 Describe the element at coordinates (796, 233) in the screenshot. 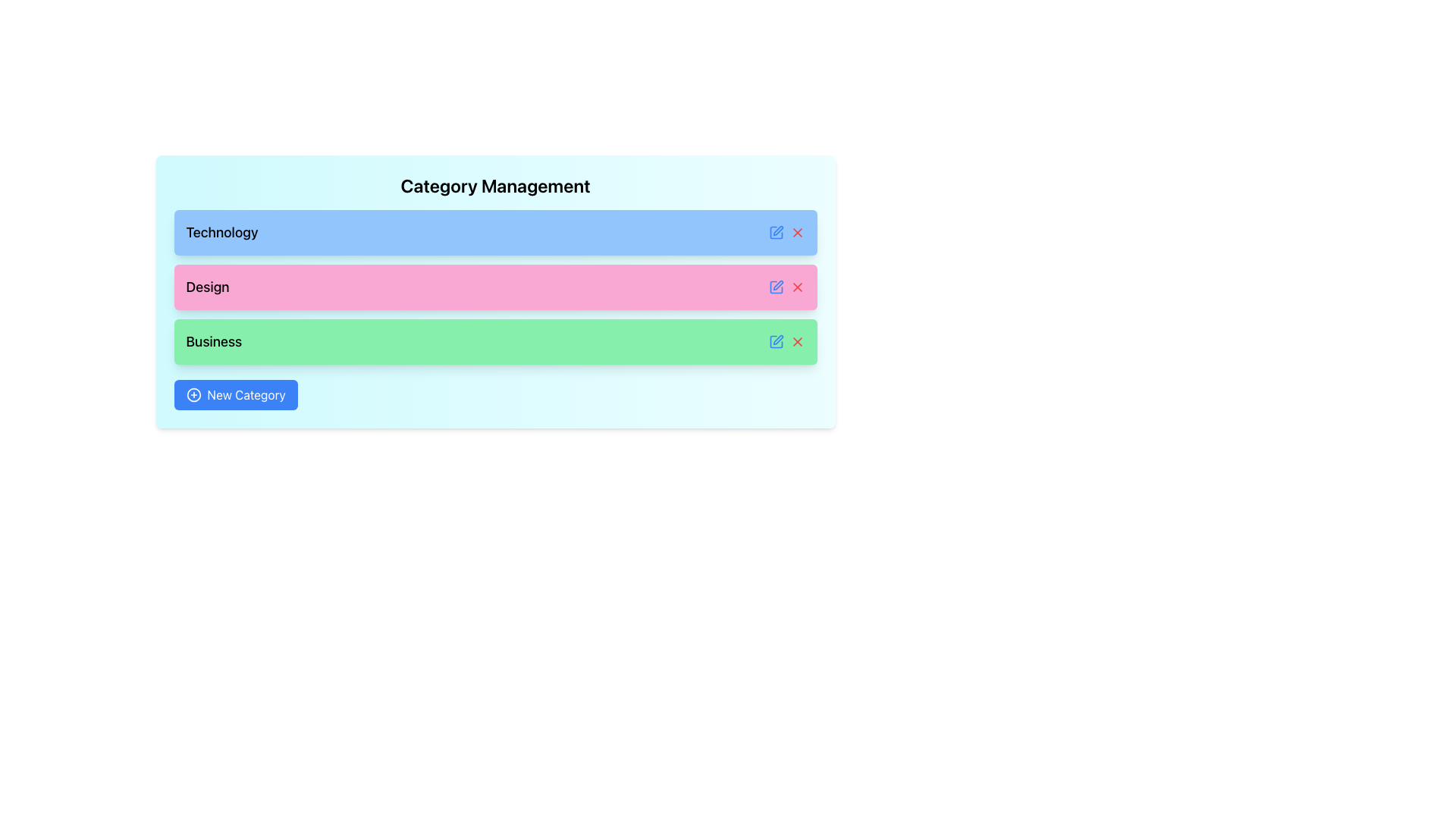

I see `the red 'X' icon button located on the far right of the blue 'Technology' category row` at that location.